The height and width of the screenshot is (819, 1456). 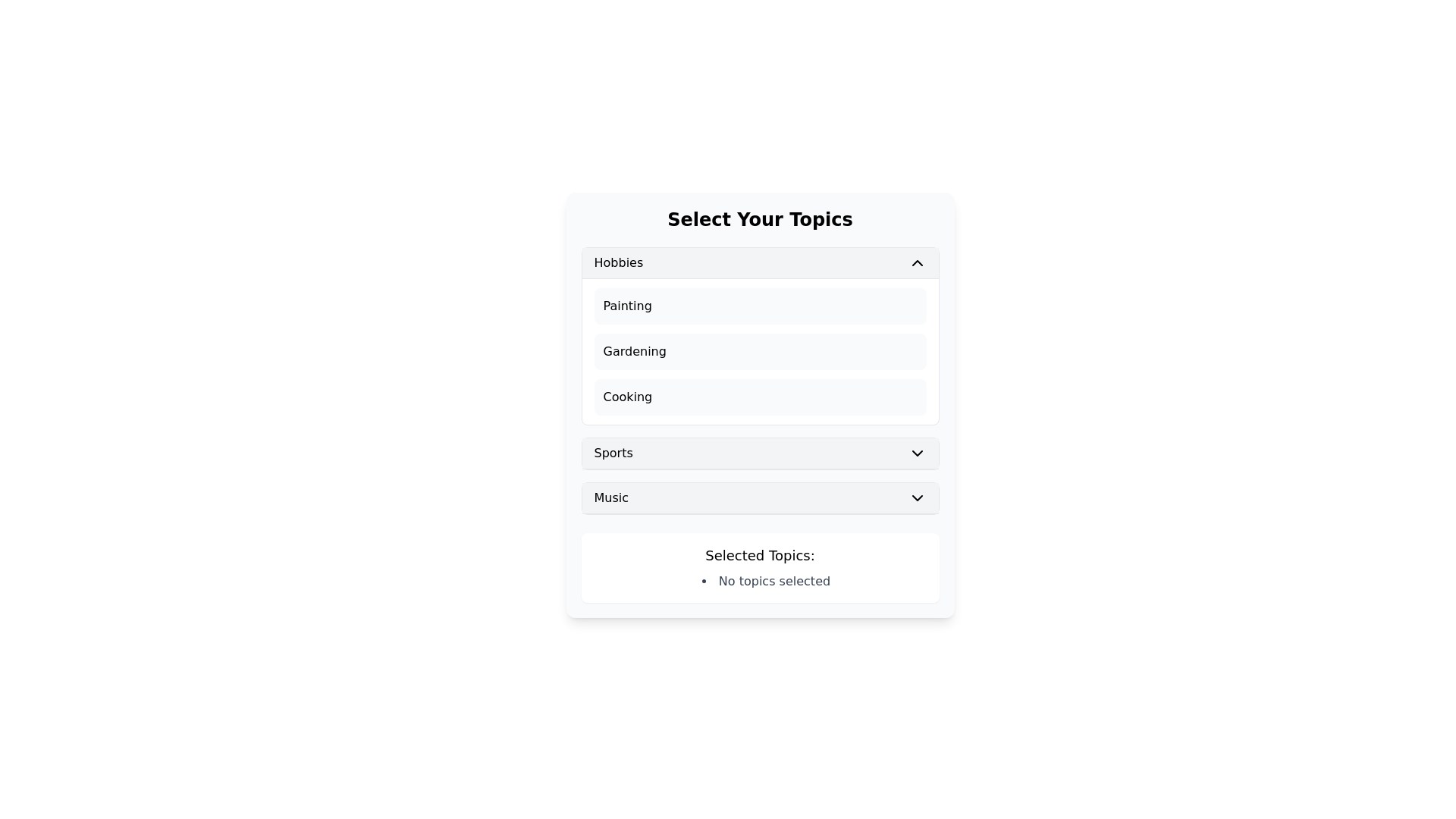 What do you see at coordinates (627, 306) in the screenshot?
I see `the 'Painting' text label, which is the first option in the 'Hobbies' category under the 'Select Your Topics' section` at bounding box center [627, 306].